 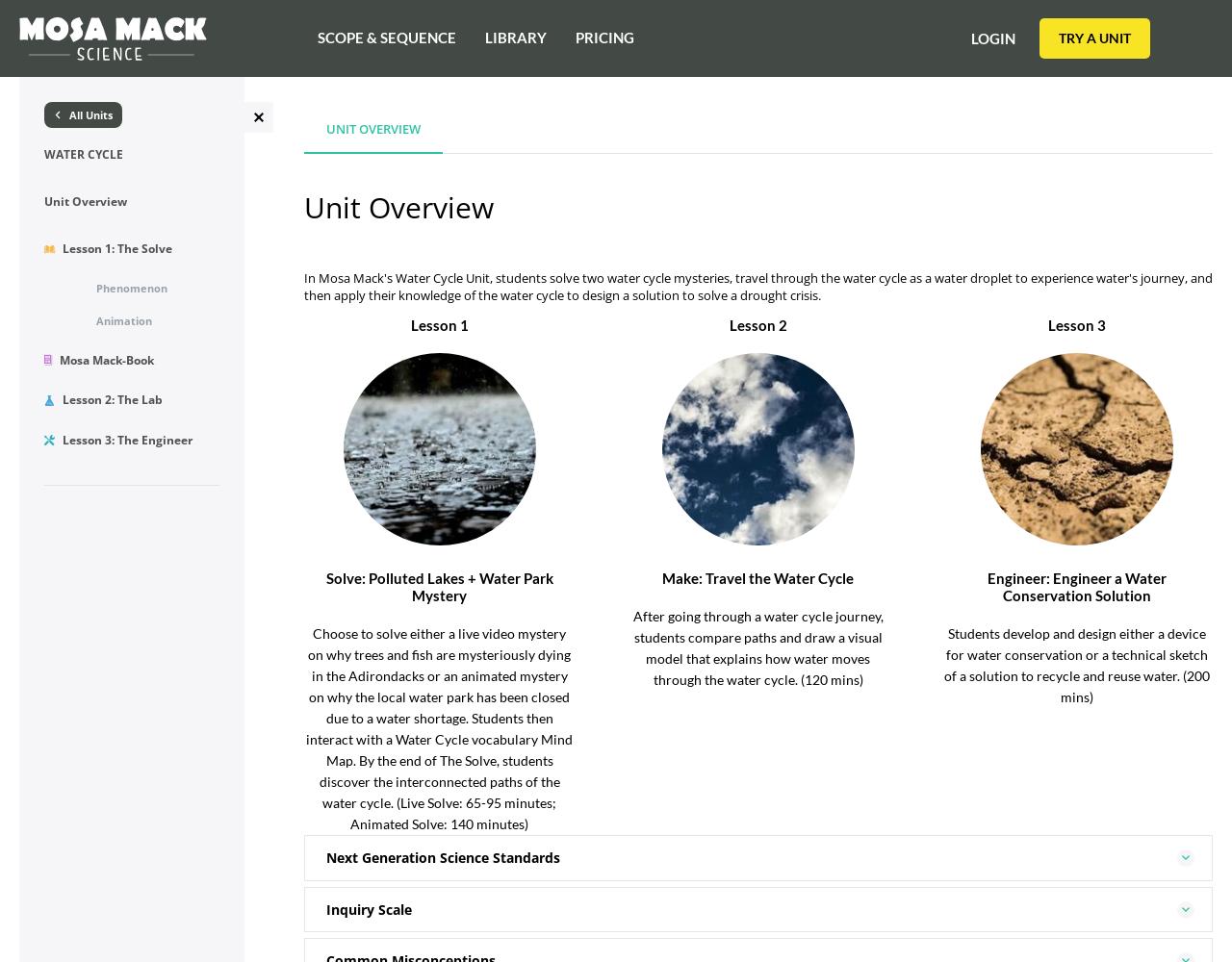 I want to click on 'Water Cycle', so click(x=83, y=154).